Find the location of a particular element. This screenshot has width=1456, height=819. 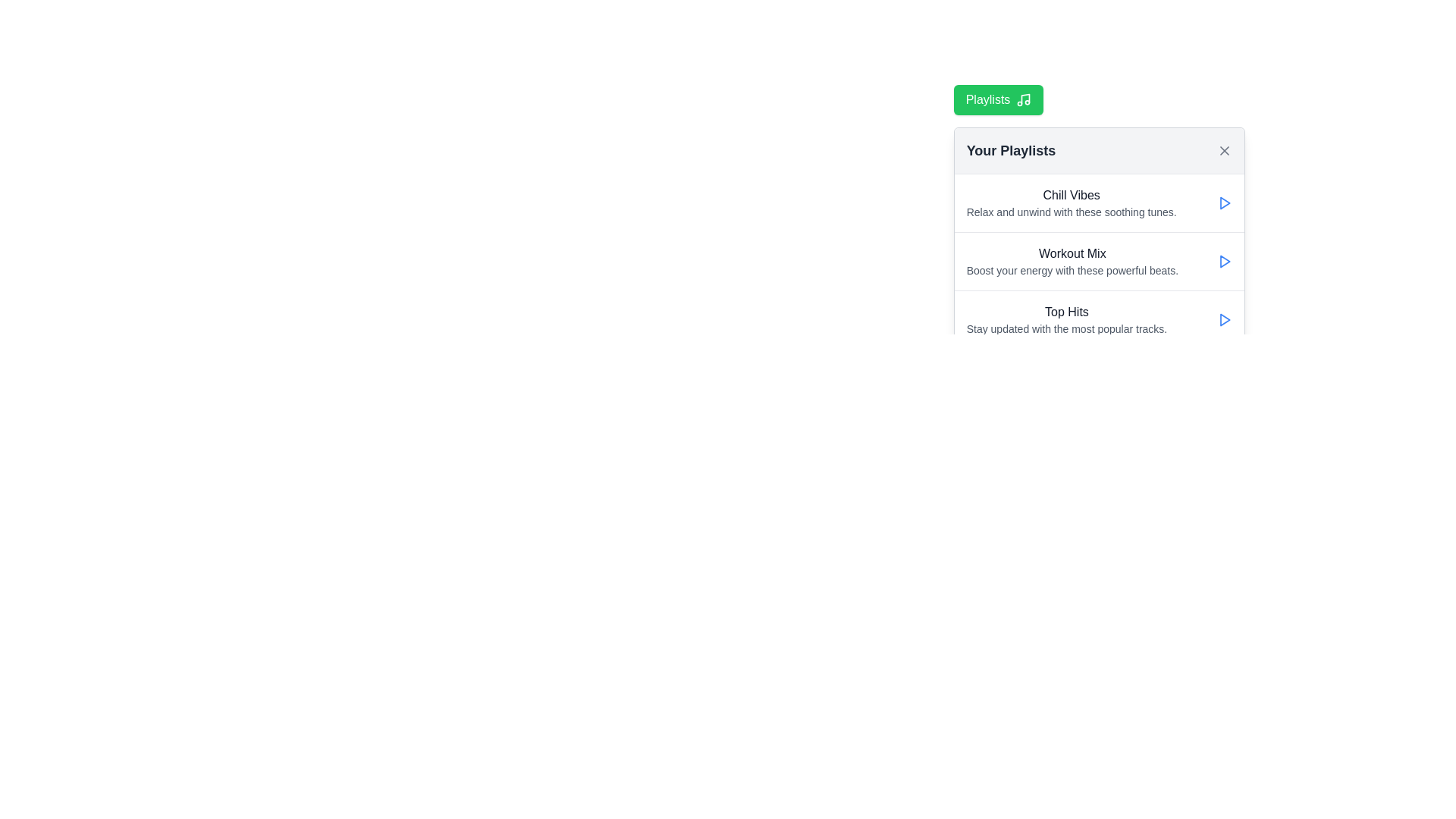

the 'Chill Vibes' text label, which serves as the title of the first playlist in the 'Your Playlists' section is located at coordinates (1071, 195).